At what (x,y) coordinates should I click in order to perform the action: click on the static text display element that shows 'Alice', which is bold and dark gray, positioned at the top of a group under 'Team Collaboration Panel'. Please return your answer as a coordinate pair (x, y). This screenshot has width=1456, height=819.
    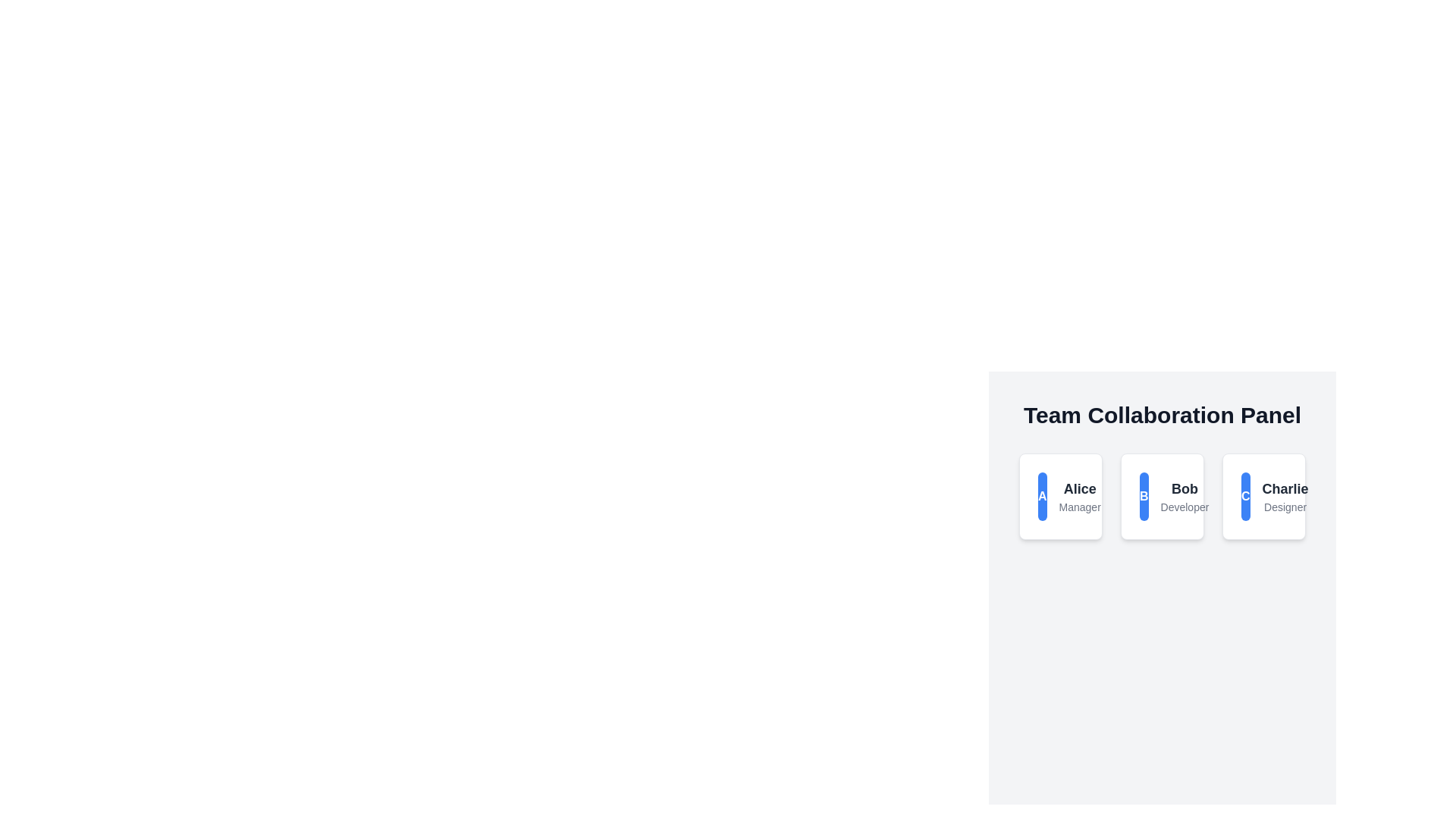
    Looking at the image, I should click on (1079, 488).